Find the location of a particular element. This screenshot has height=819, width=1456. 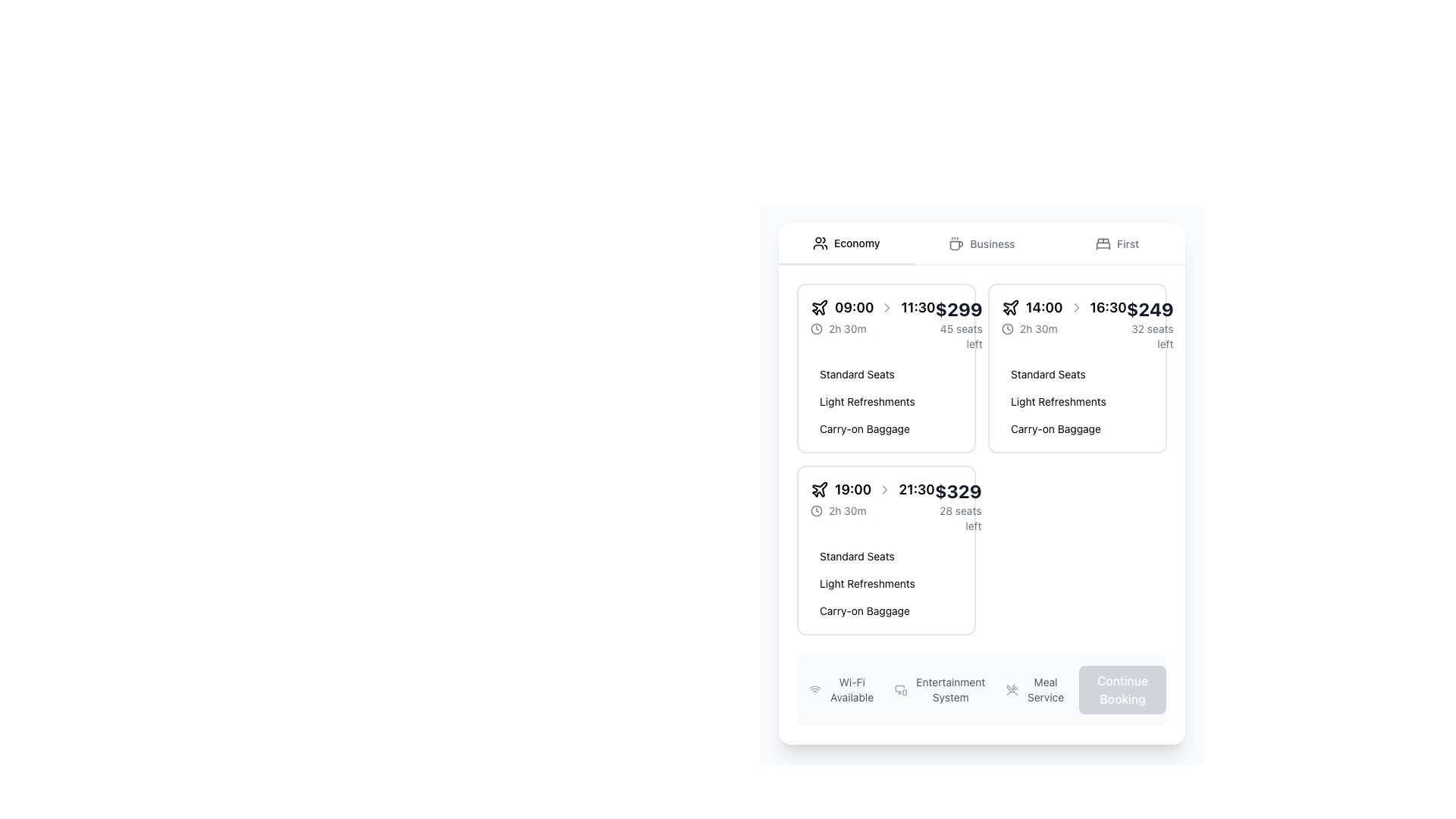

the Text with icons that conveys the departure and arrival times for a specific flight option, located in the upper-right flight entry of the second column in the grid layout is located at coordinates (1063, 307).